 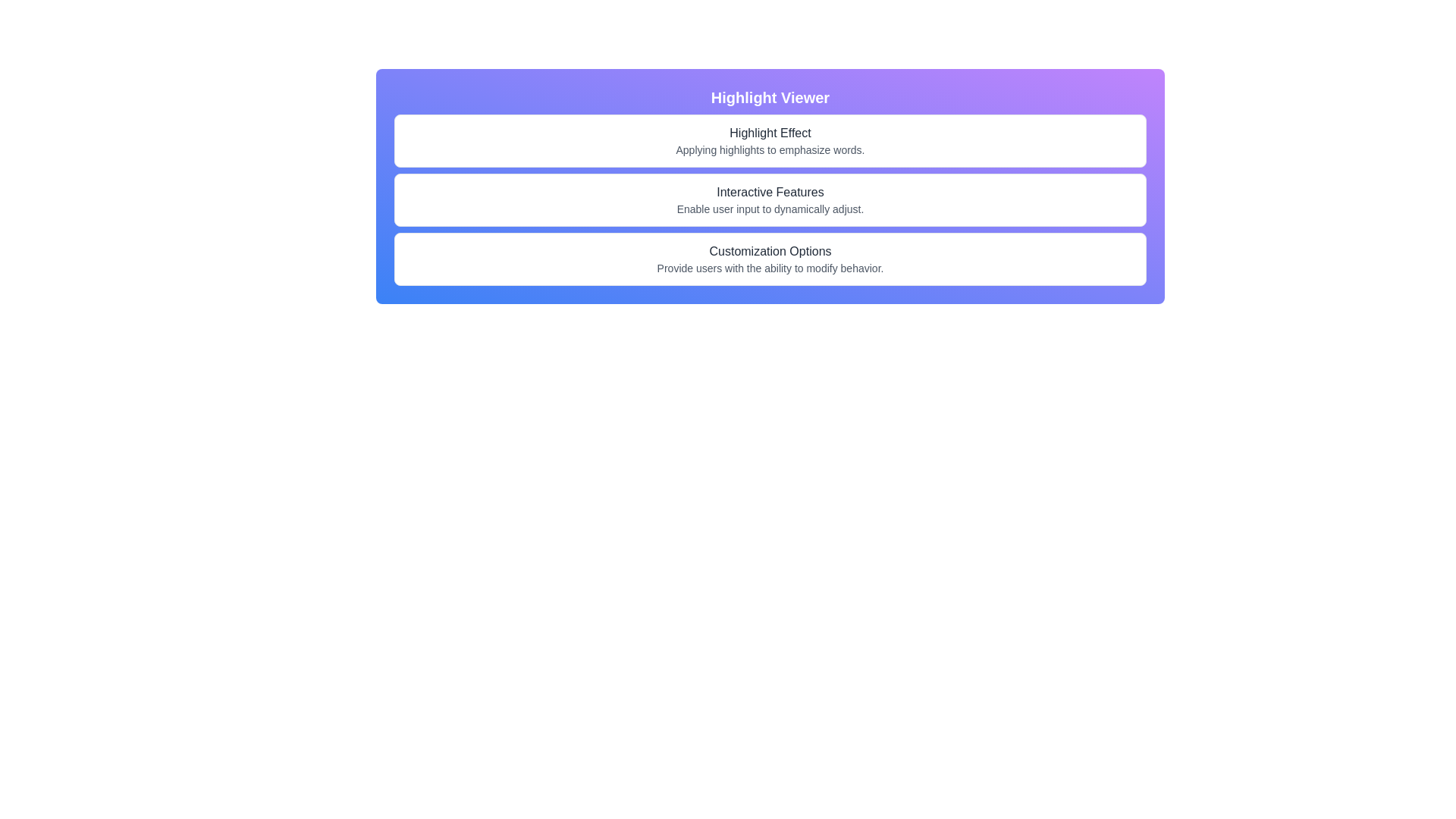 What do you see at coordinates (774, 191) in the screenshot?
I see `the spacing component that separates the words 'Interactive' and 'Features' within the 'Interactive Features' text group, located under the header 'Highlight Viewer'` at bounding box center [774, 191].